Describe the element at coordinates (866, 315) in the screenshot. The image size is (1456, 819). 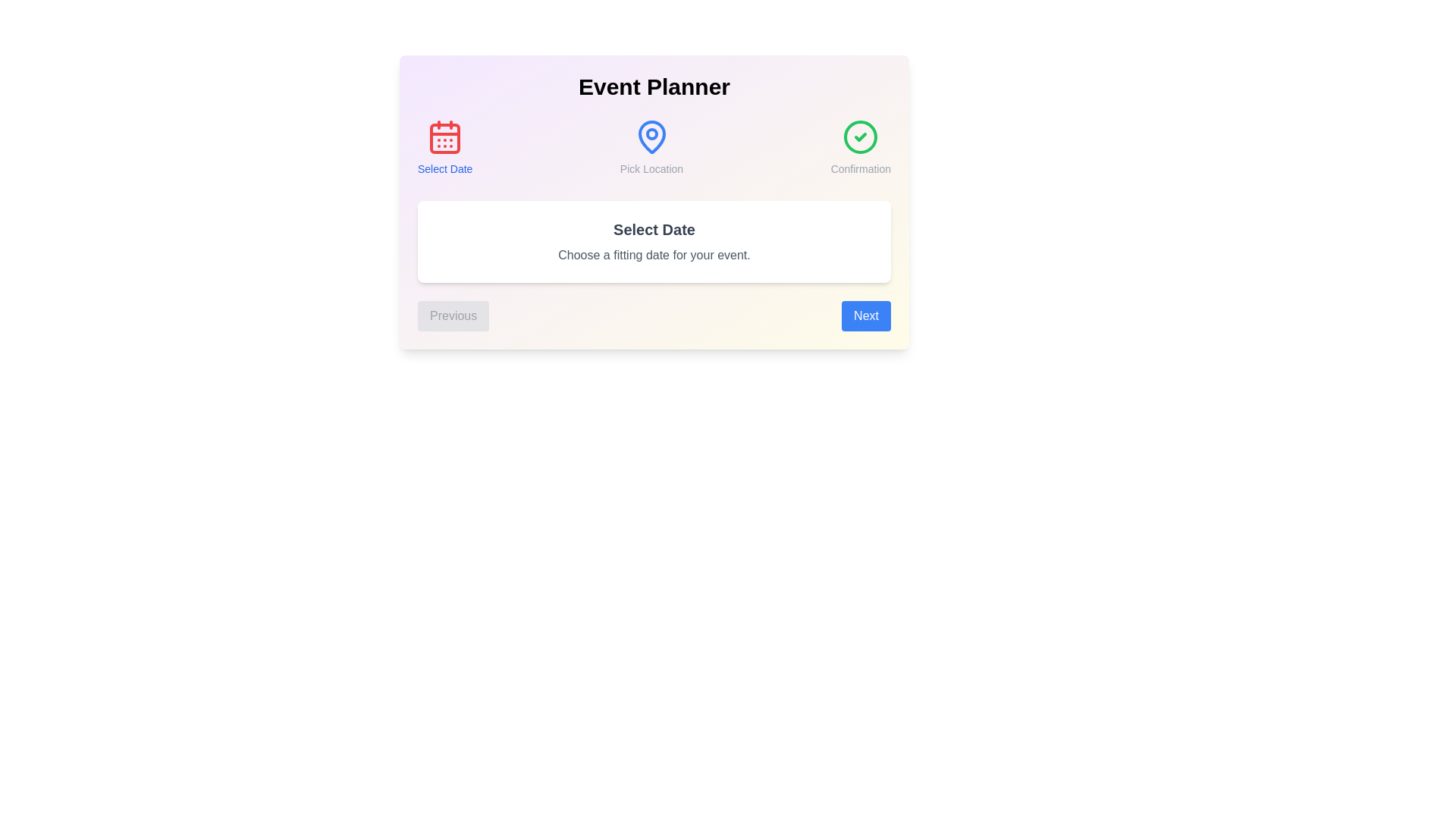
I see `the 'Next' button to proceed to the next step` at that location.